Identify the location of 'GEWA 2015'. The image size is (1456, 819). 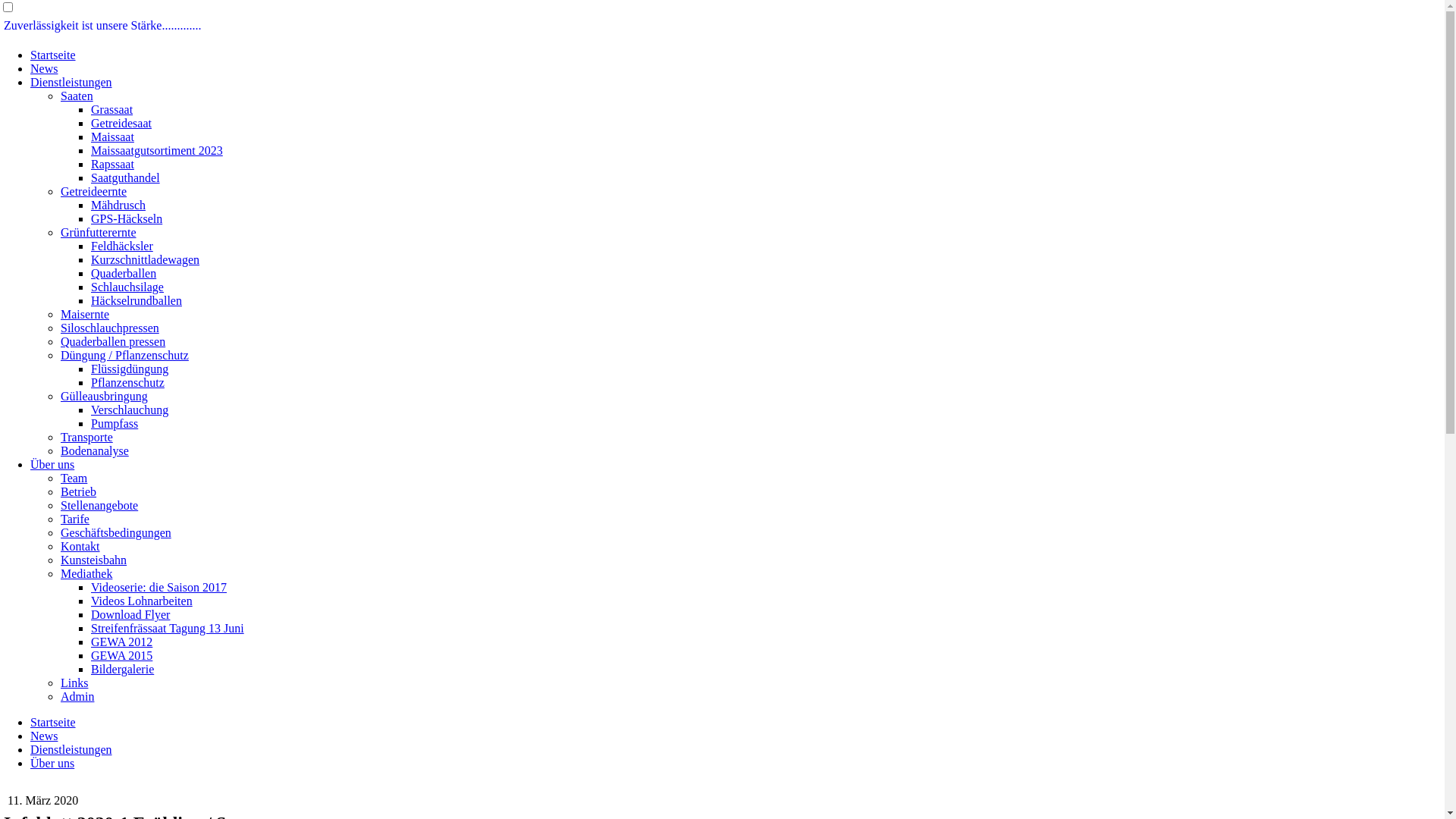
(121, 654).